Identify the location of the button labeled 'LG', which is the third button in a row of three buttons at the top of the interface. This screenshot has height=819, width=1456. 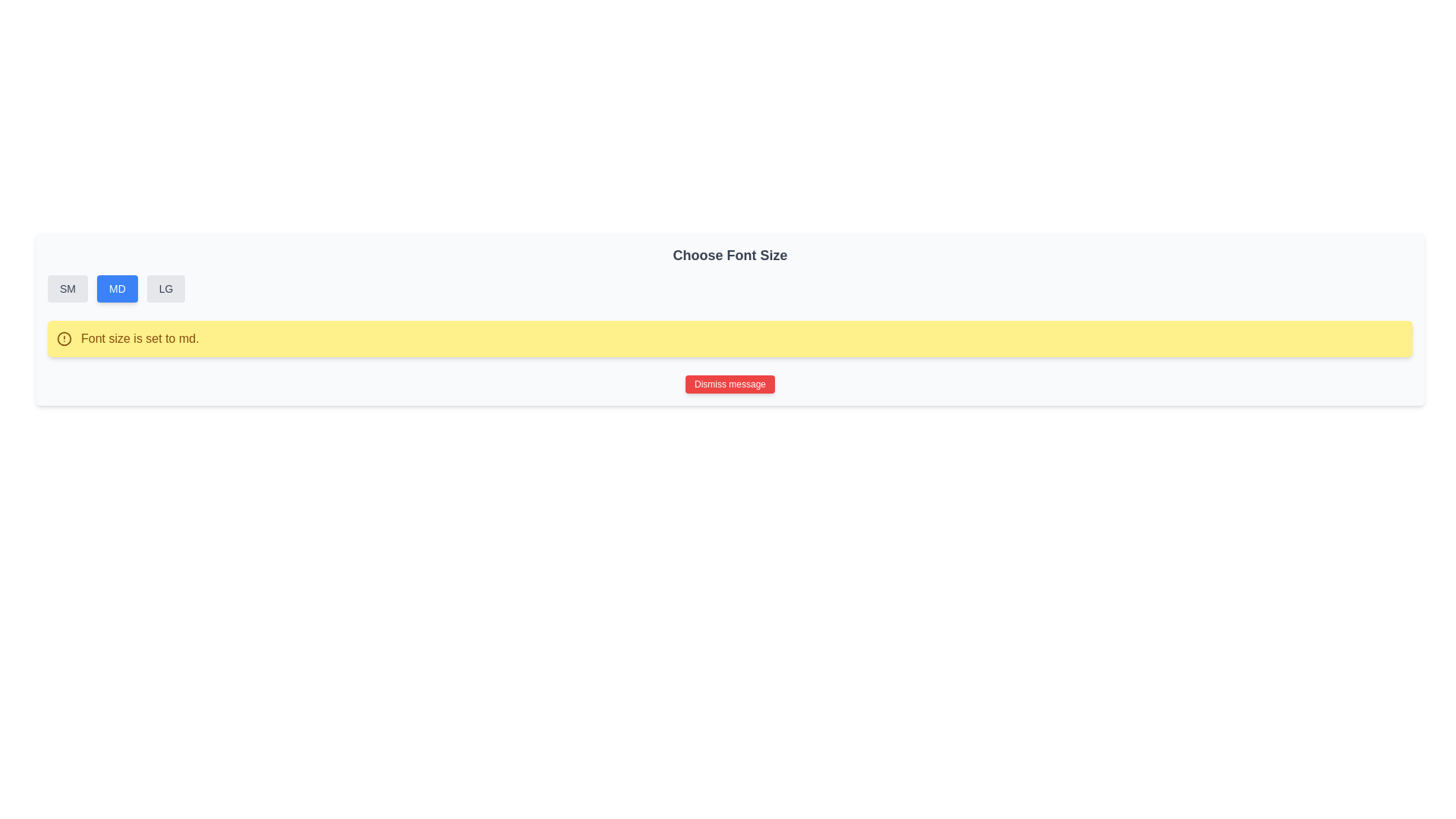
(166, 289).